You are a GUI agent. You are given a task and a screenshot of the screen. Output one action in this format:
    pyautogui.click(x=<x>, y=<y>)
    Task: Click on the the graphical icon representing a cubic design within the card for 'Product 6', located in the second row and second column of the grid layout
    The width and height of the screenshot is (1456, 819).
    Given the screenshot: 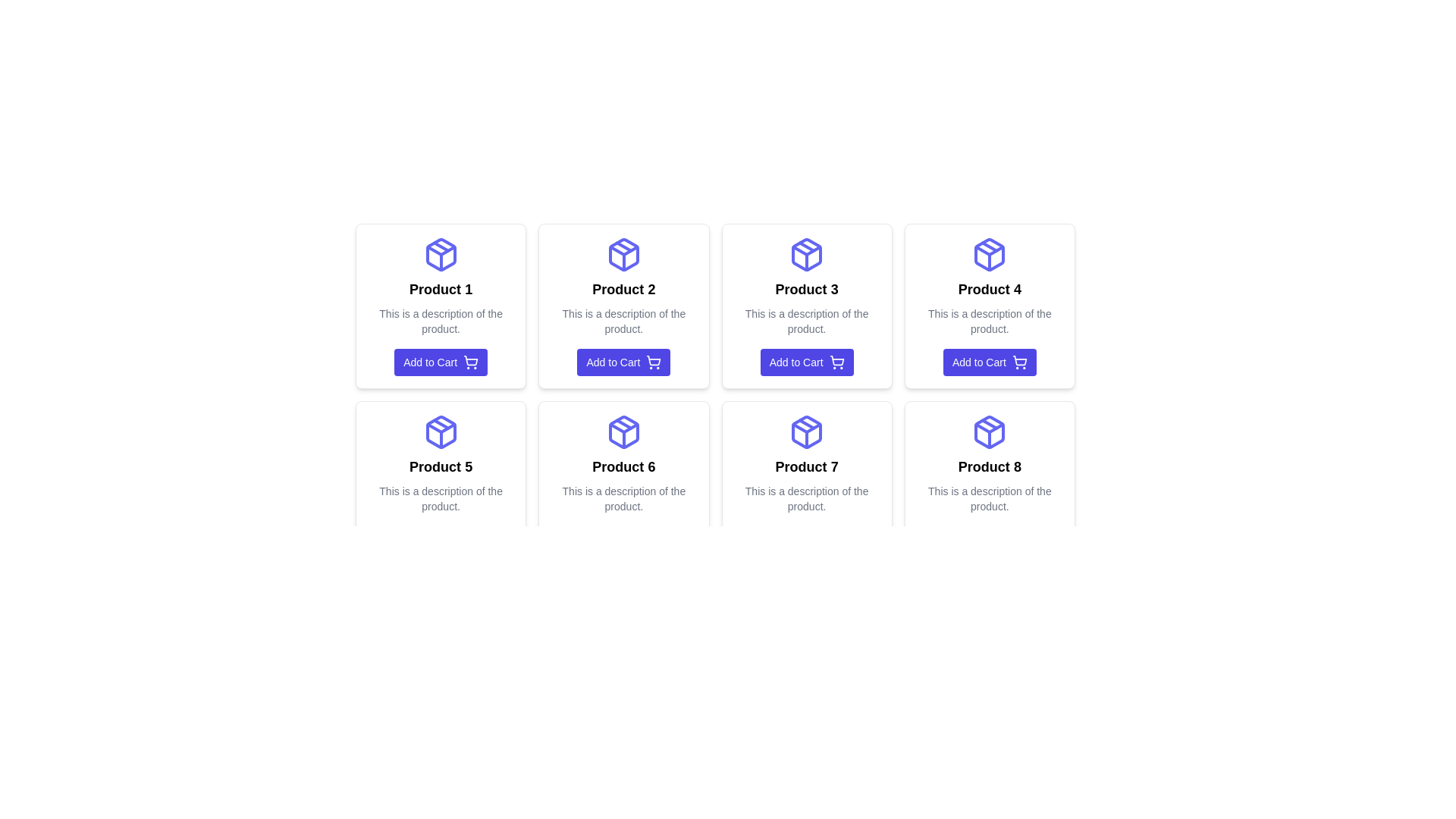 What is the action you would take?
    pyautogui.click(x=623, y=432)
    